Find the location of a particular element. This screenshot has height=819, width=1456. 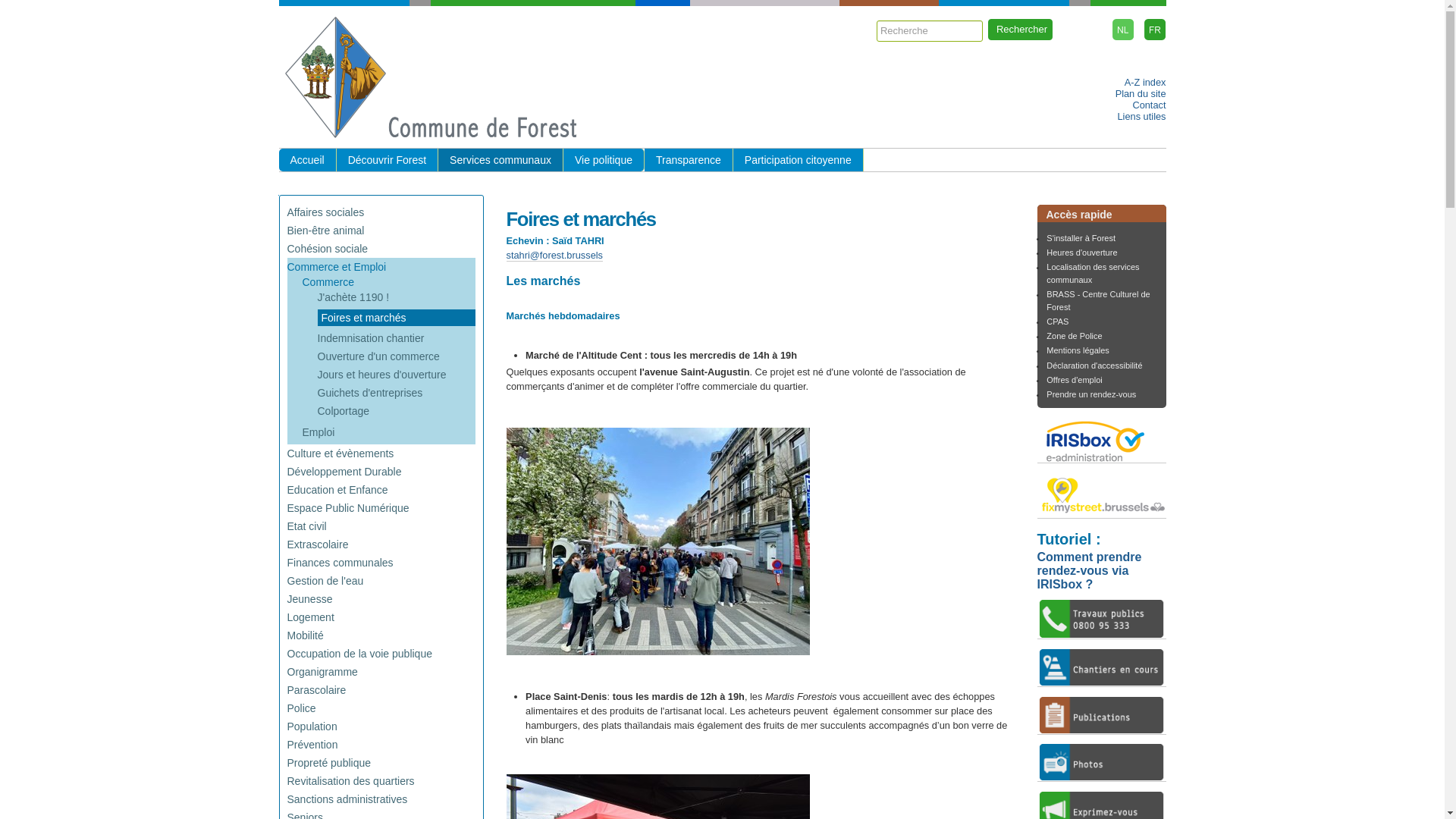

'Contact' is located at coordinates (1149, 104).